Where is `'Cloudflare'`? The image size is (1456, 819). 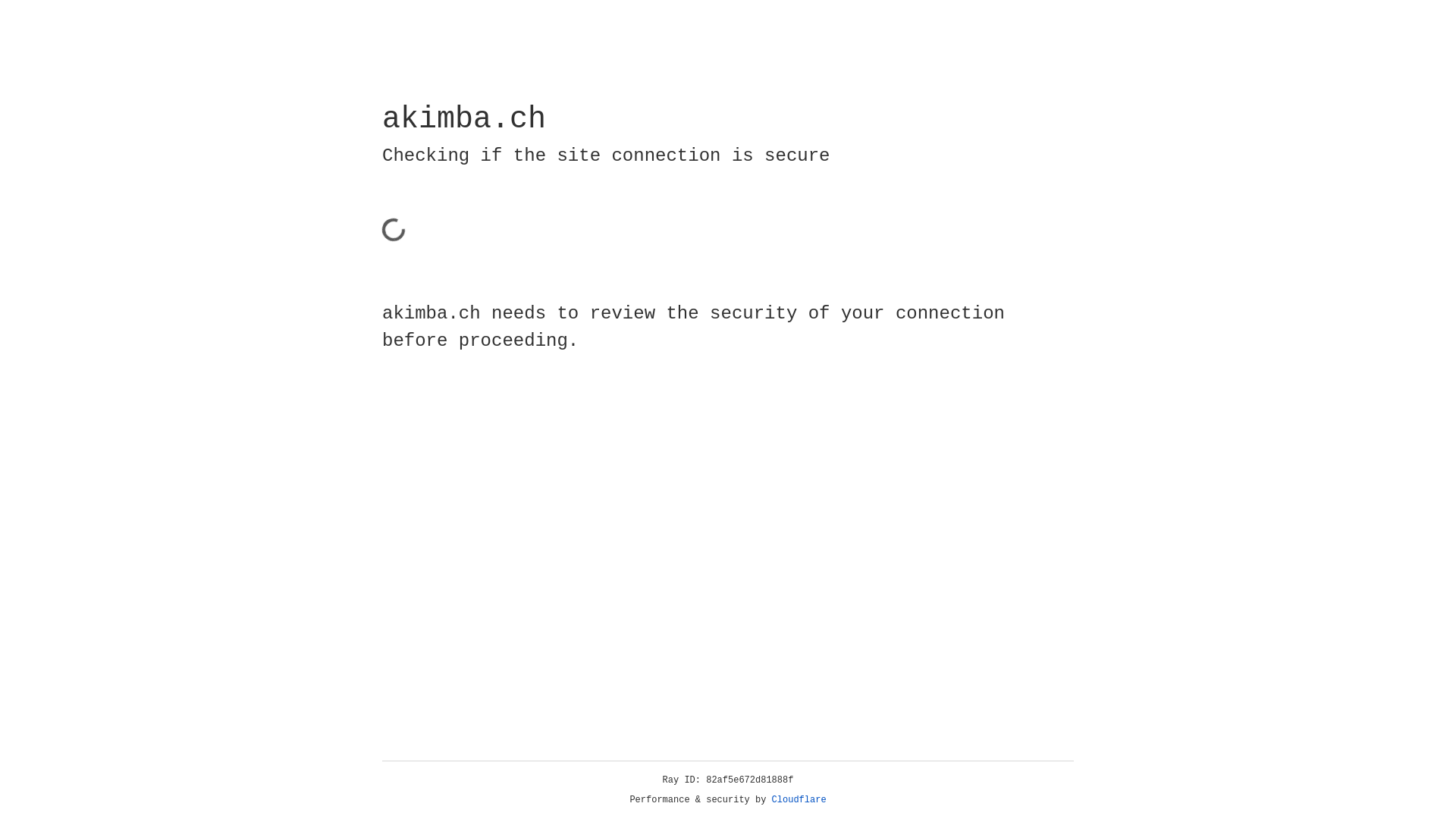 'Cloudflare' is located at coordinates (799, 799).